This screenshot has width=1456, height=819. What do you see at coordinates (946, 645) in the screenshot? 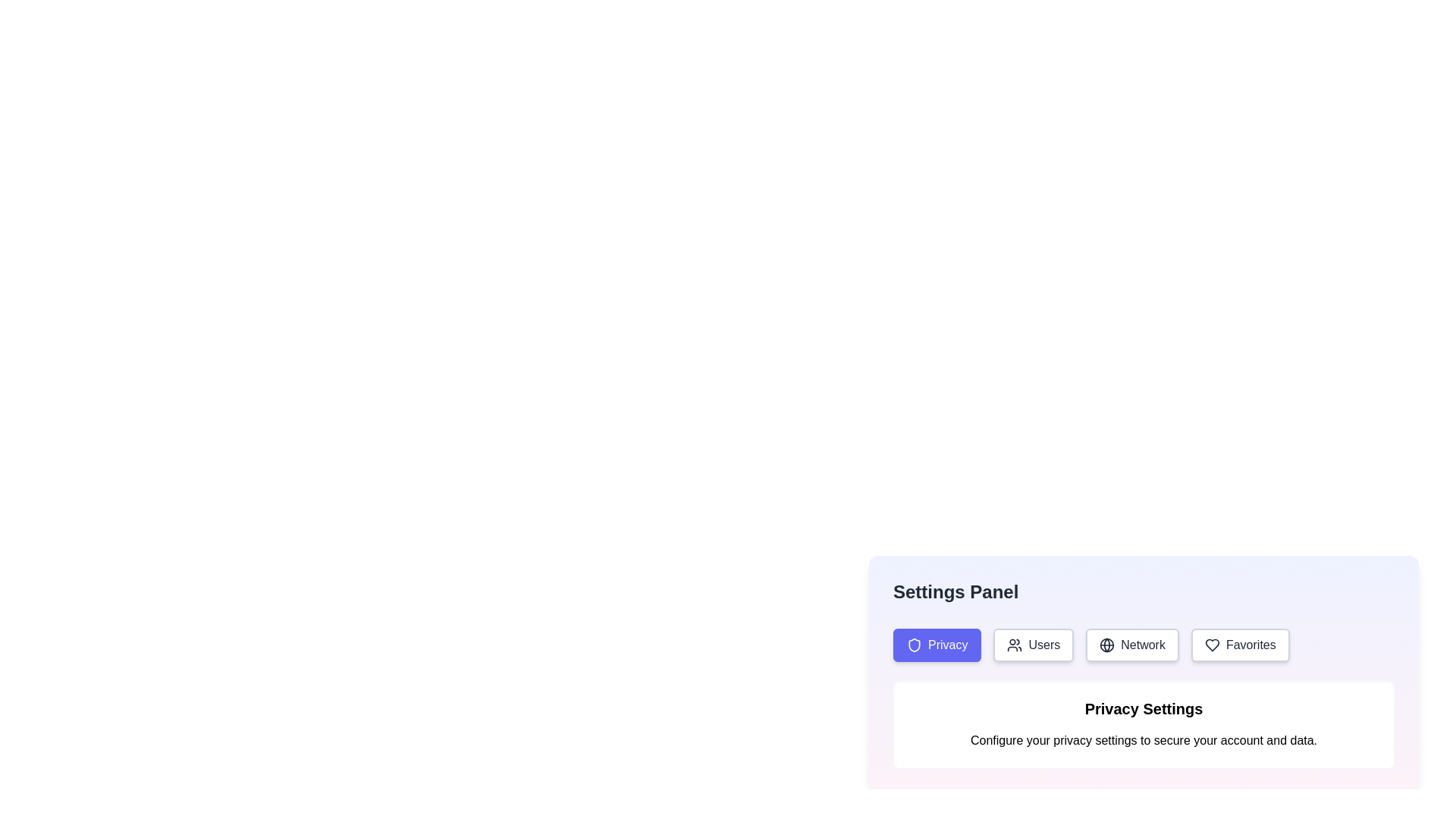
I see `the button labeled with a privacy-related setting, which is the first button from the left, distinguished by its blue background and white border, located below the 'Settings Panel' heading` at bounding box center [946, 645].